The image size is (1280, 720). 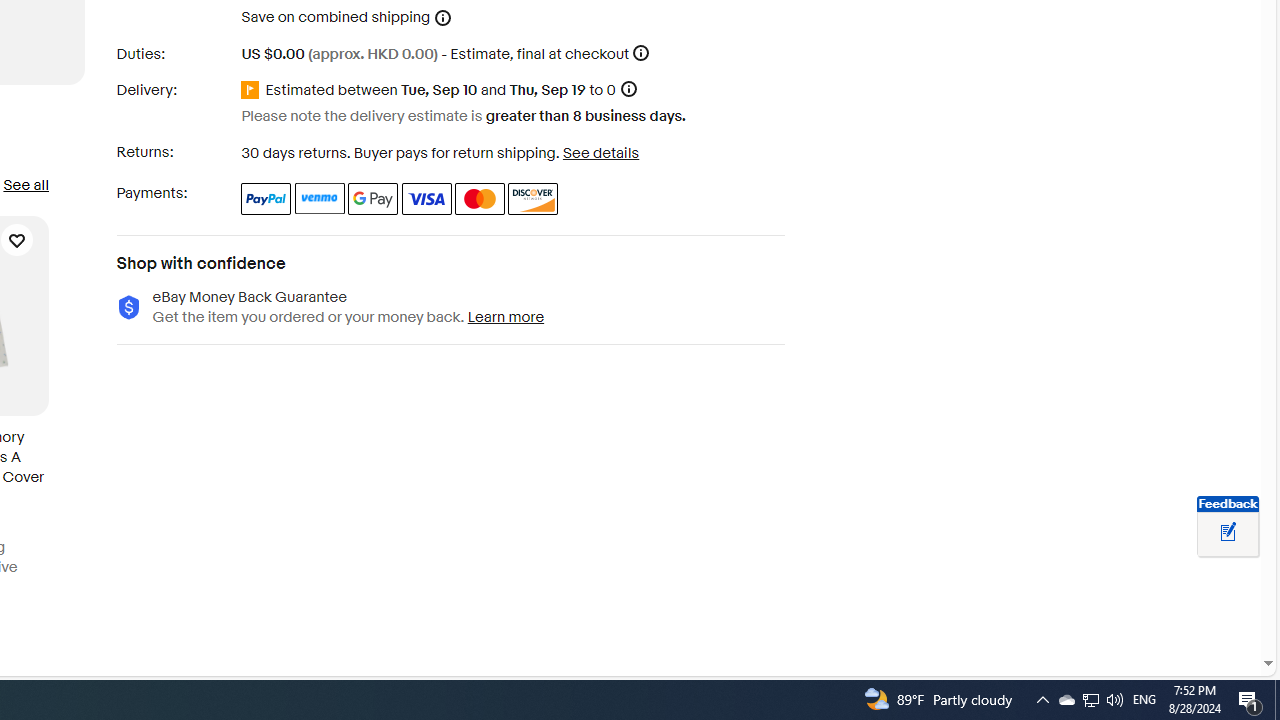 What do you see at coordinates (1227, 532) in the screenshot?
I see `'Leave feedback about your eBay ViewItem experience'` at bounding box center [1227, 532].